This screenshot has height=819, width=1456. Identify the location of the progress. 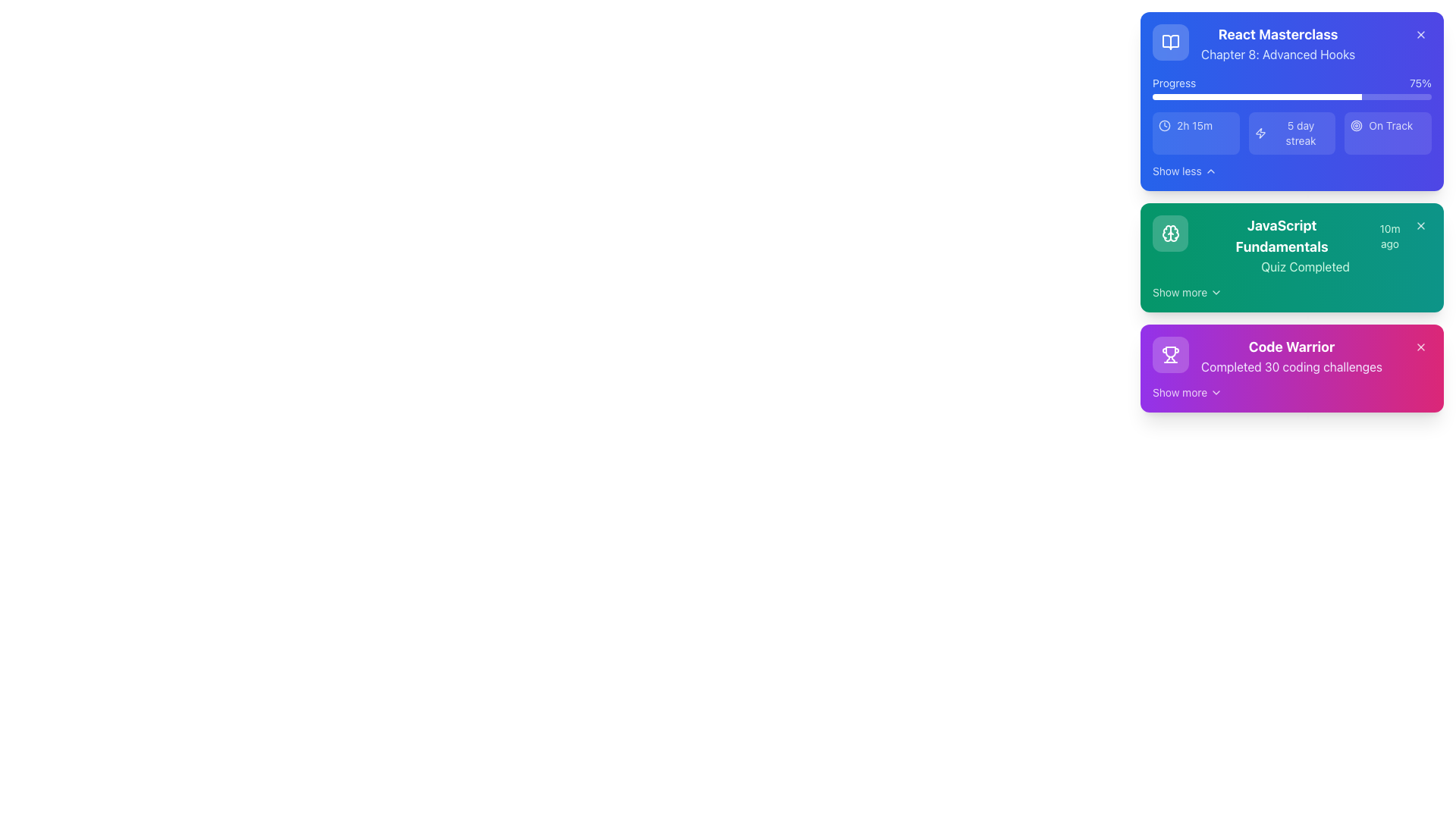
(1266, 96).